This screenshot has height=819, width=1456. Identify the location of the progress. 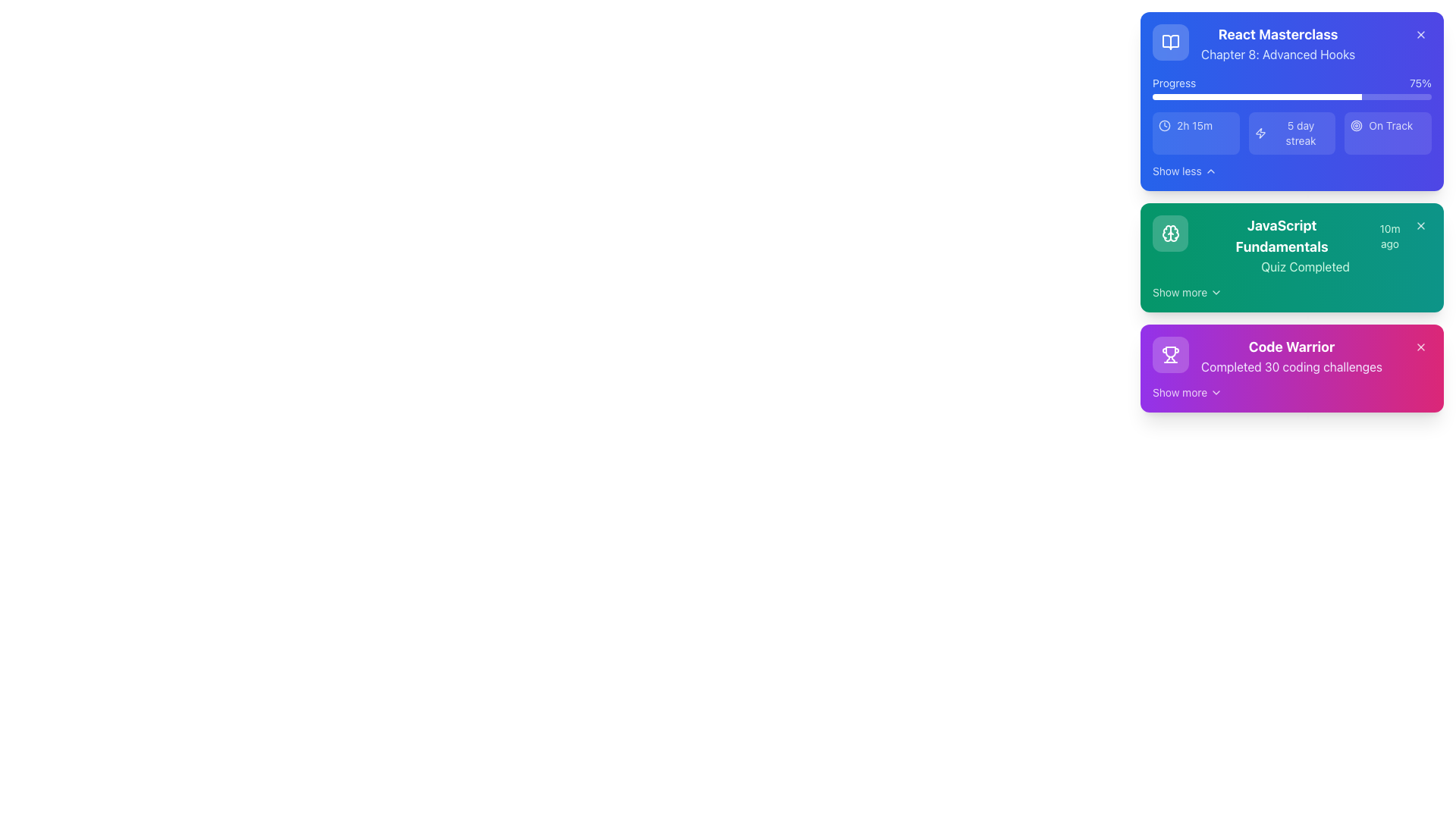
(1266, 96).